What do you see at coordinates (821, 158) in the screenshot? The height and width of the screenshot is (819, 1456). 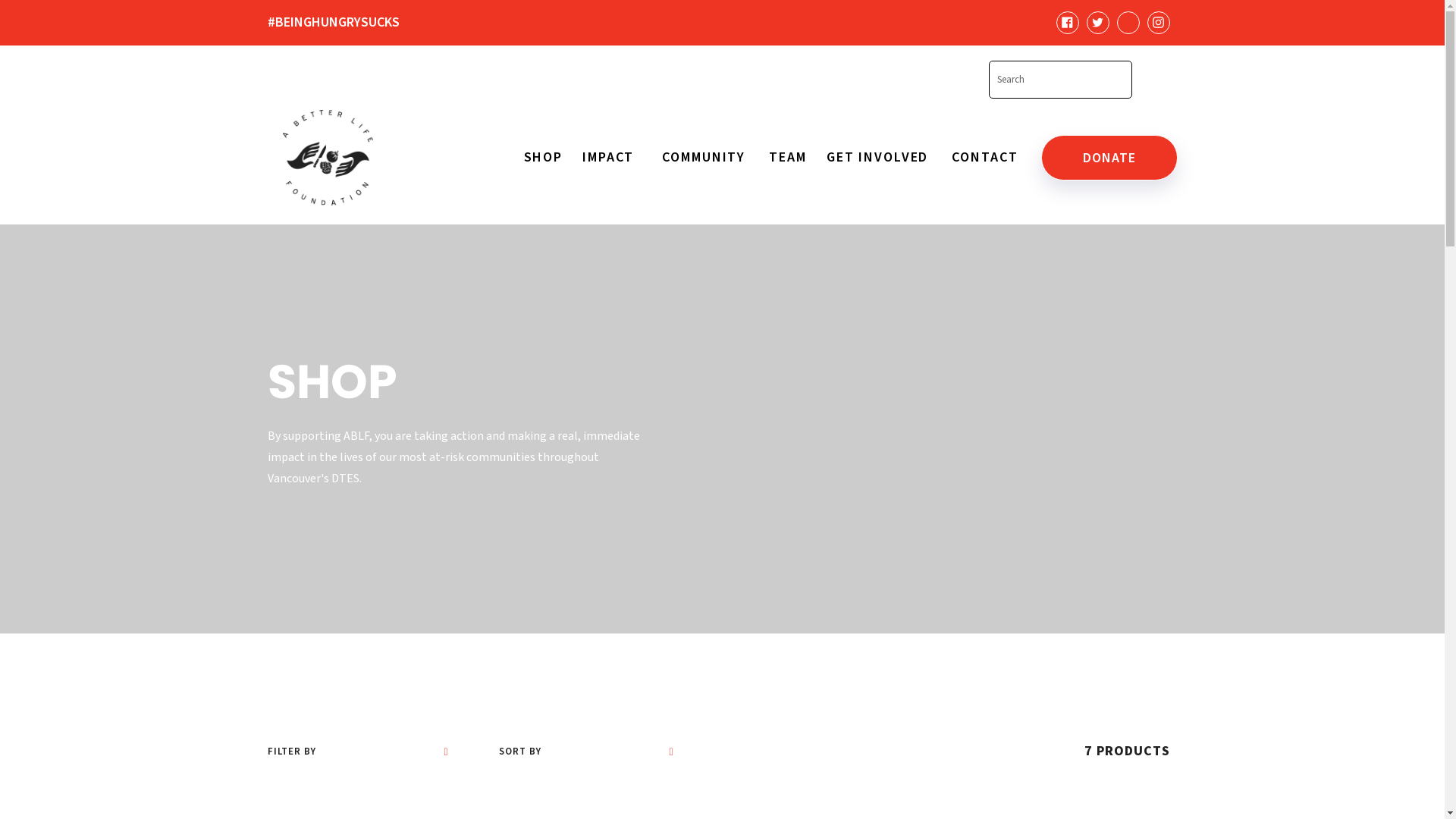 I see `'GET INVOLVED'` at bounding box center [821, 158].